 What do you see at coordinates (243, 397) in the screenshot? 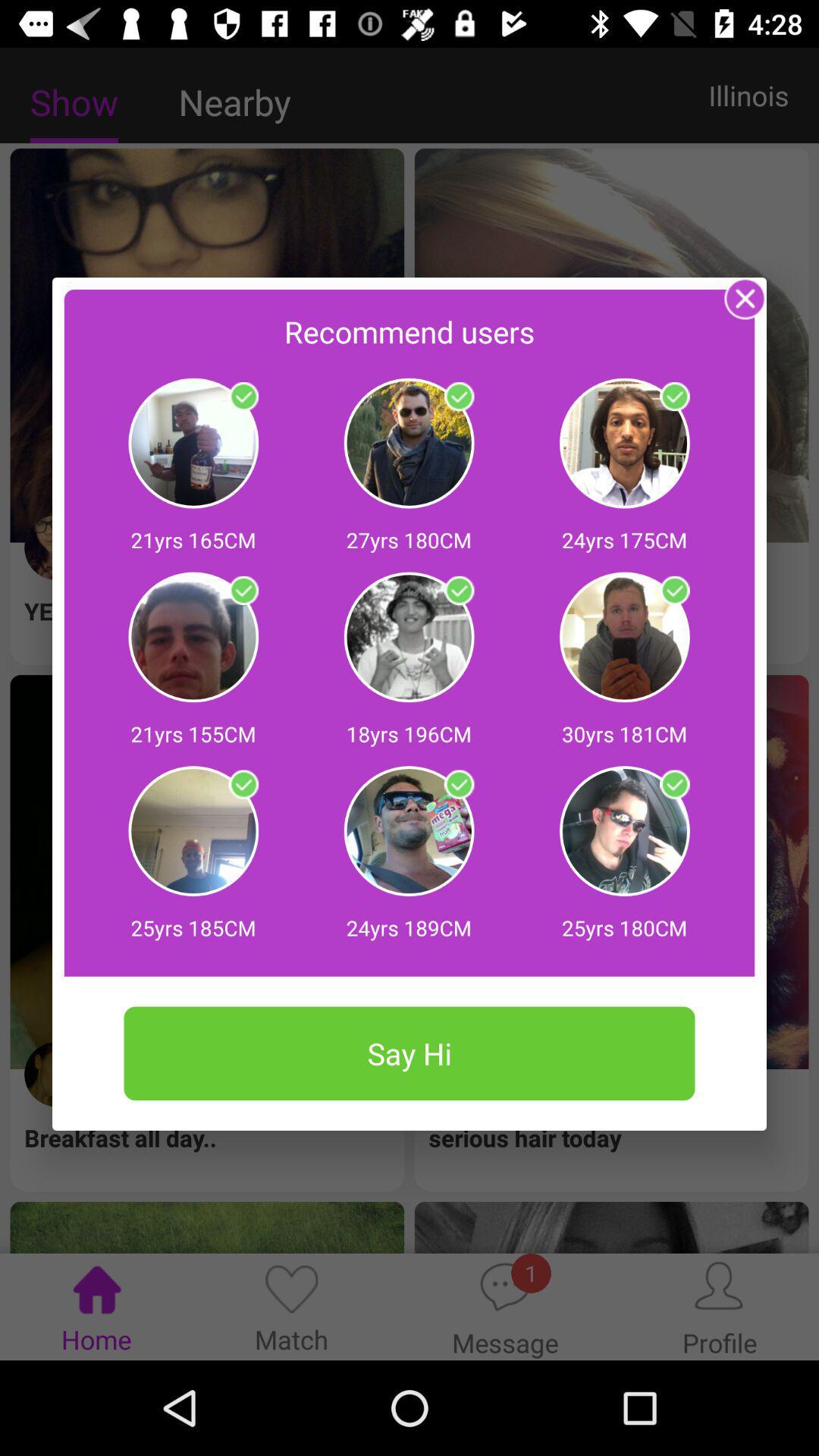
I see `choose option` at bounding box center [243, 397].